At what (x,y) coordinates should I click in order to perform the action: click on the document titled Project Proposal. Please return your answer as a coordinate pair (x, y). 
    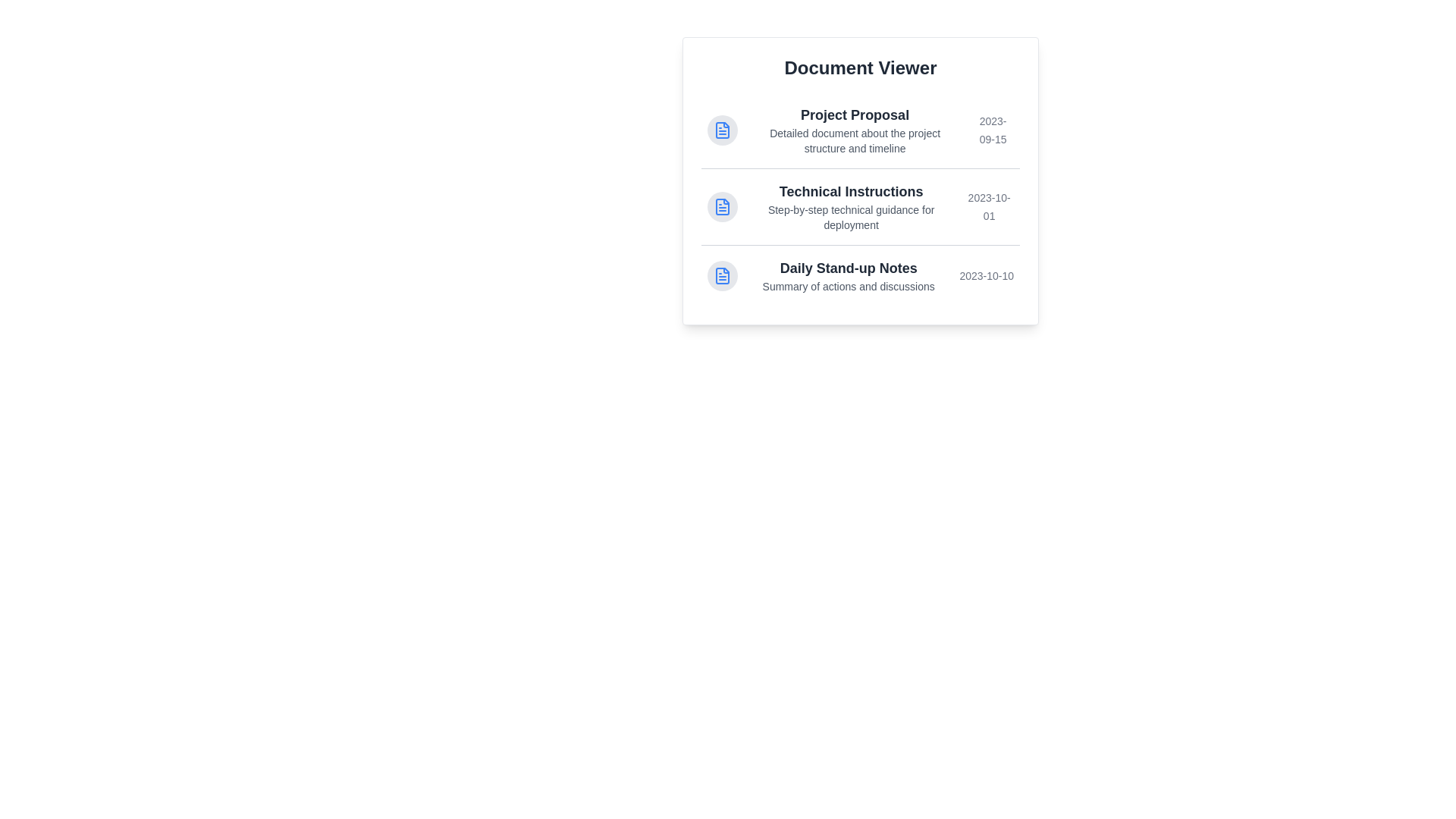
    Looking at the image, I should click on (860, 130).